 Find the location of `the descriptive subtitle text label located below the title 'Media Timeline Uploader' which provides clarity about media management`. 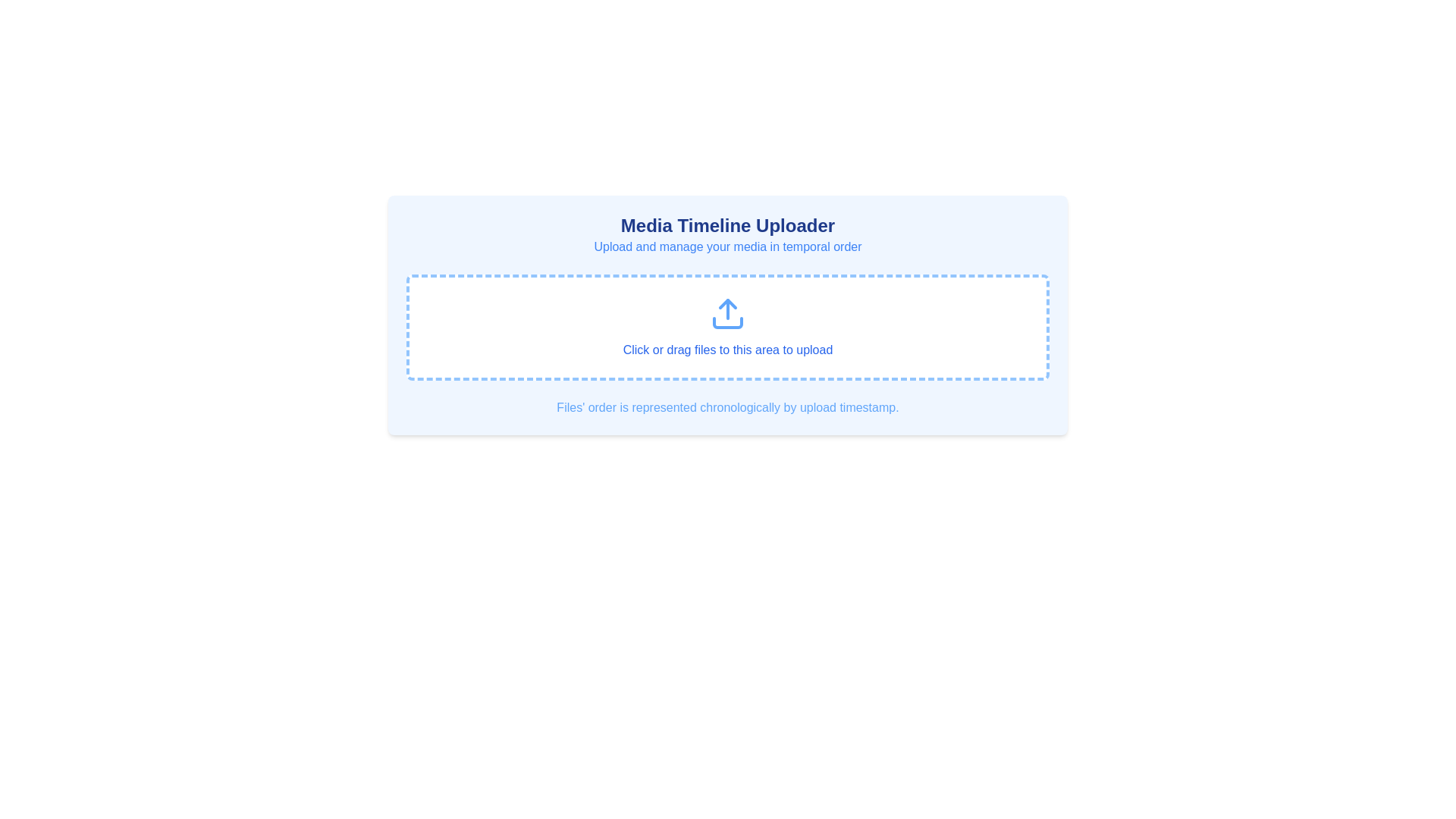

the descriptive subtitle text label located below the title 'Media Timeline Uploader' which provides clarity about media management is located at coordinates (728, 246).